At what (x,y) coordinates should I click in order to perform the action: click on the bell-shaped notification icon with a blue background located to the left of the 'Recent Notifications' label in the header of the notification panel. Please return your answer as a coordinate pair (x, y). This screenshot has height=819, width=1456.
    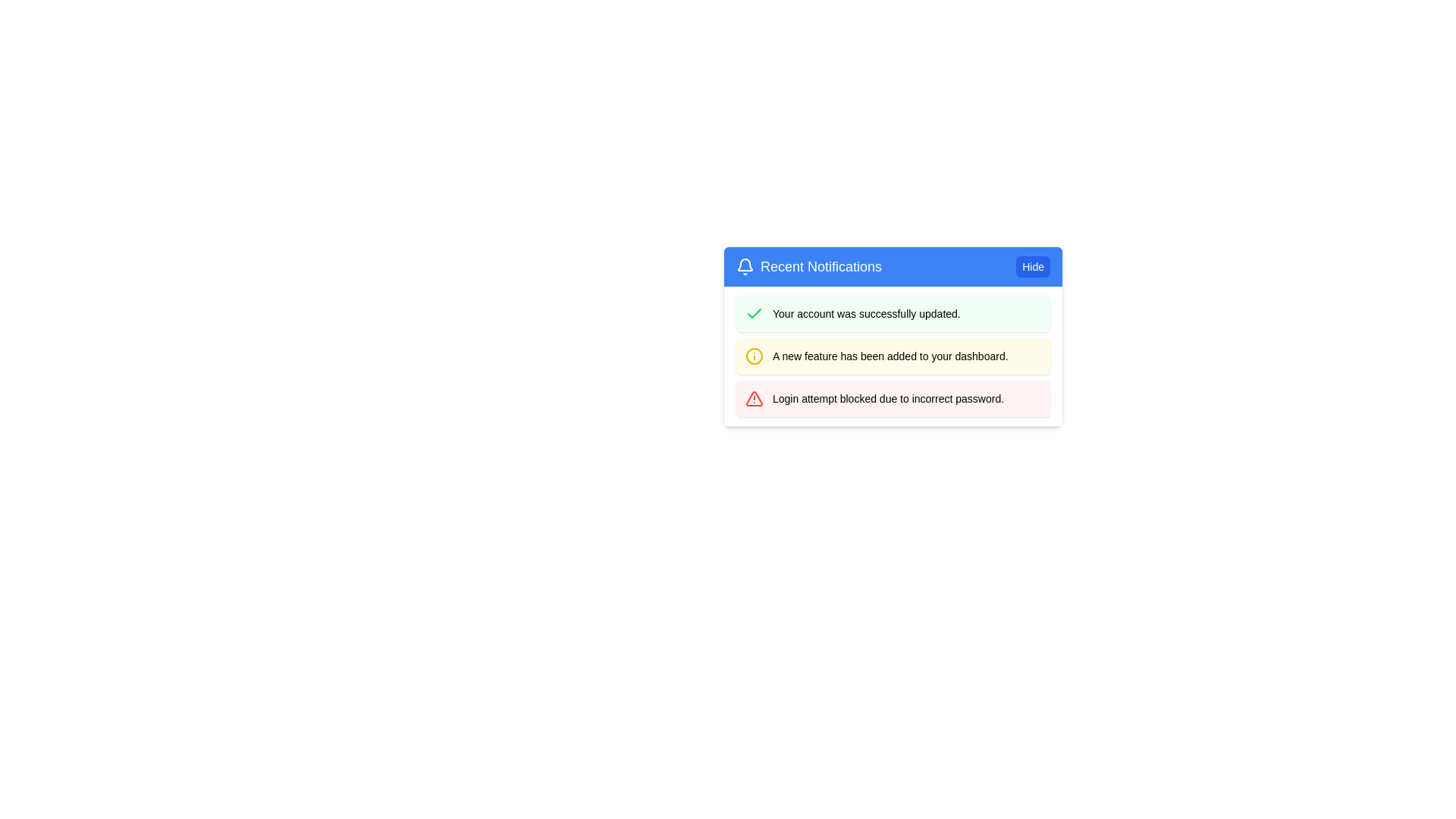
    Looking at the image, I should click on (745, 264).